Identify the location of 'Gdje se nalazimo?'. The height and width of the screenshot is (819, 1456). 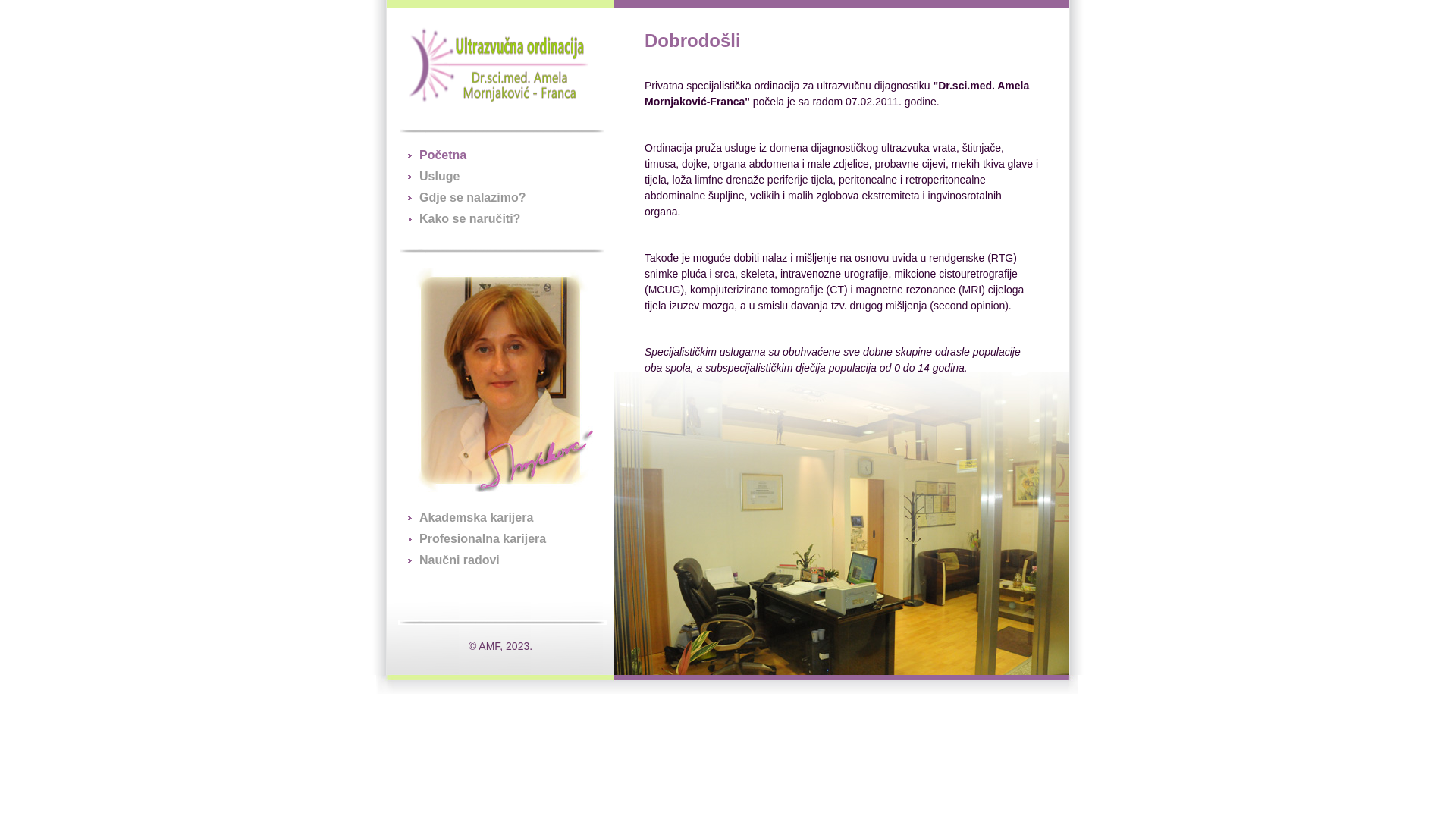
(472, 196).